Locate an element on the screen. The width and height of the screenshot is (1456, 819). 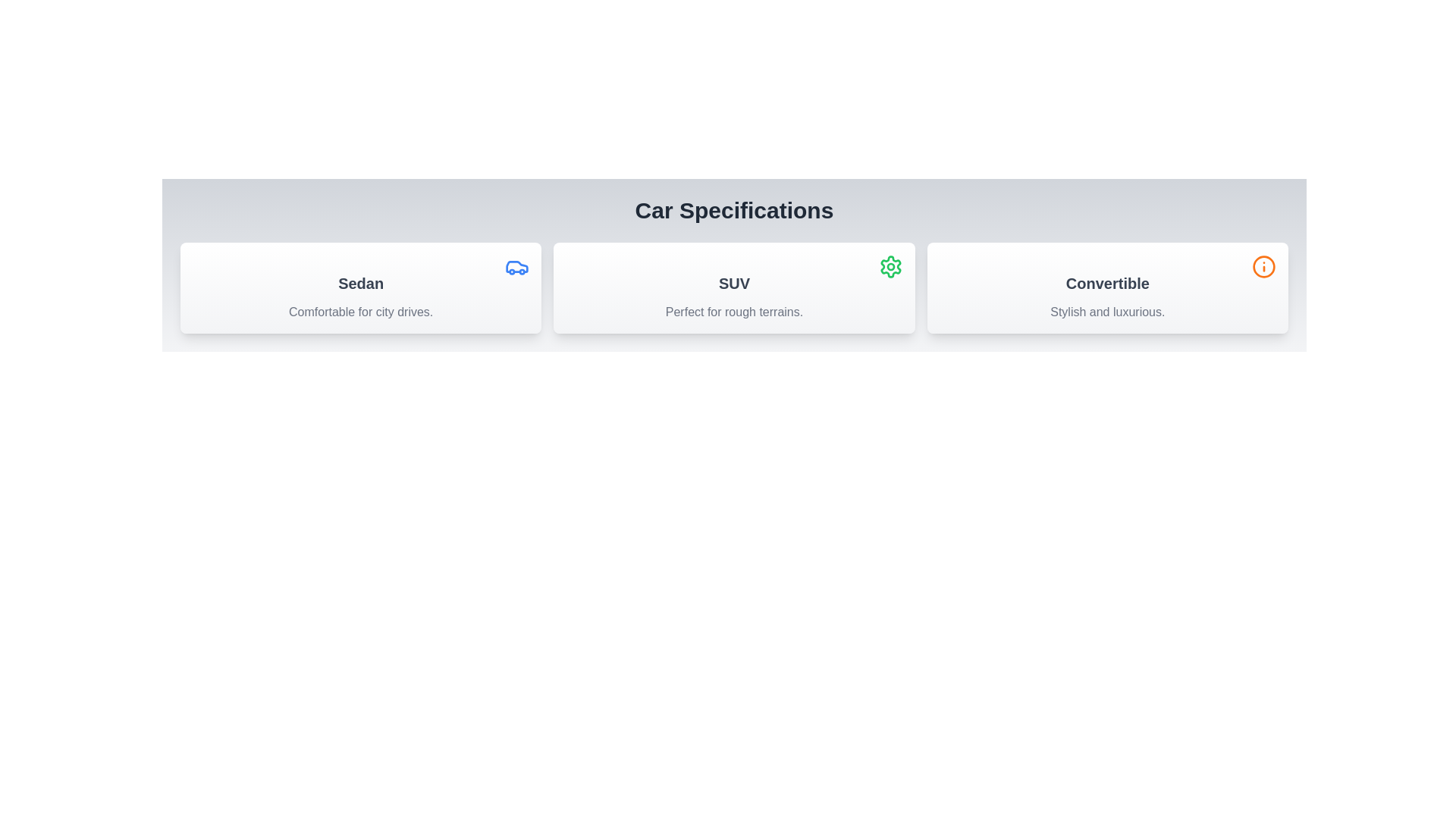
the central circular icon within the orange outlined 'info' icon located at the top-right corner of the 'Convertible' card is located at coordinates (1263, 265).